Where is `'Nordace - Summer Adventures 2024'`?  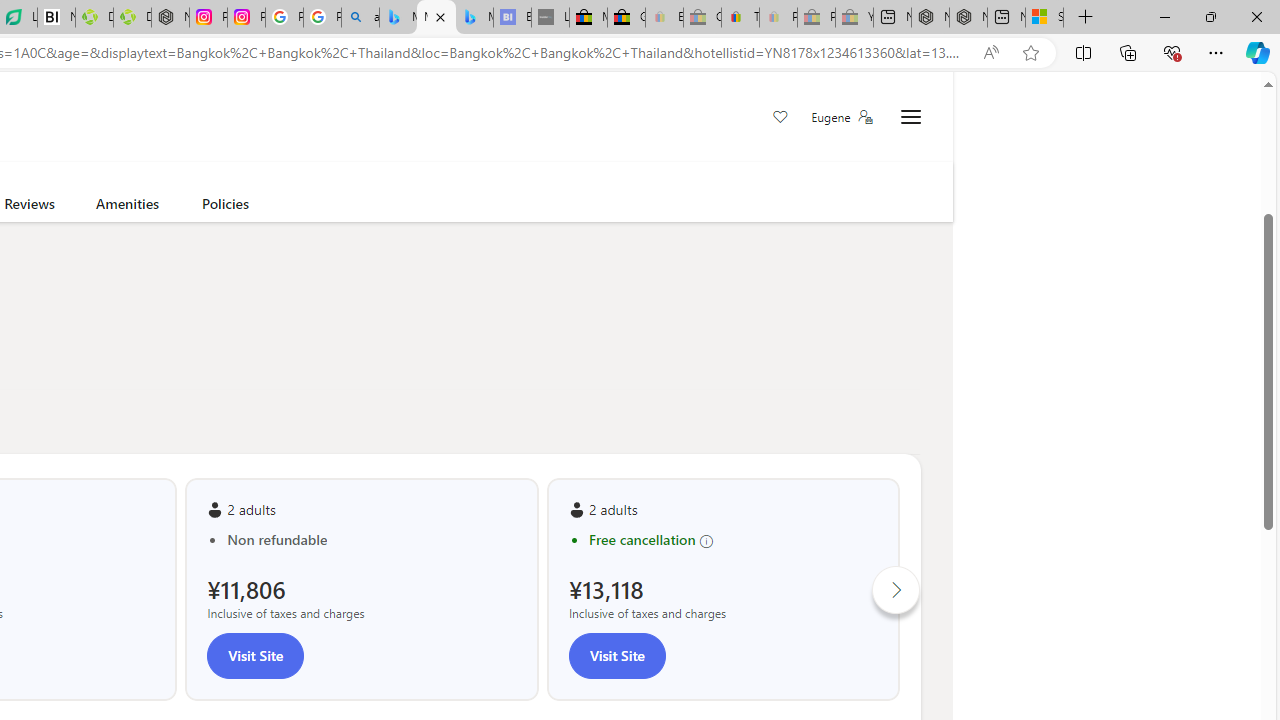
'Nordace - Summer Adventures 2024' is located at coordinates (968, 17).